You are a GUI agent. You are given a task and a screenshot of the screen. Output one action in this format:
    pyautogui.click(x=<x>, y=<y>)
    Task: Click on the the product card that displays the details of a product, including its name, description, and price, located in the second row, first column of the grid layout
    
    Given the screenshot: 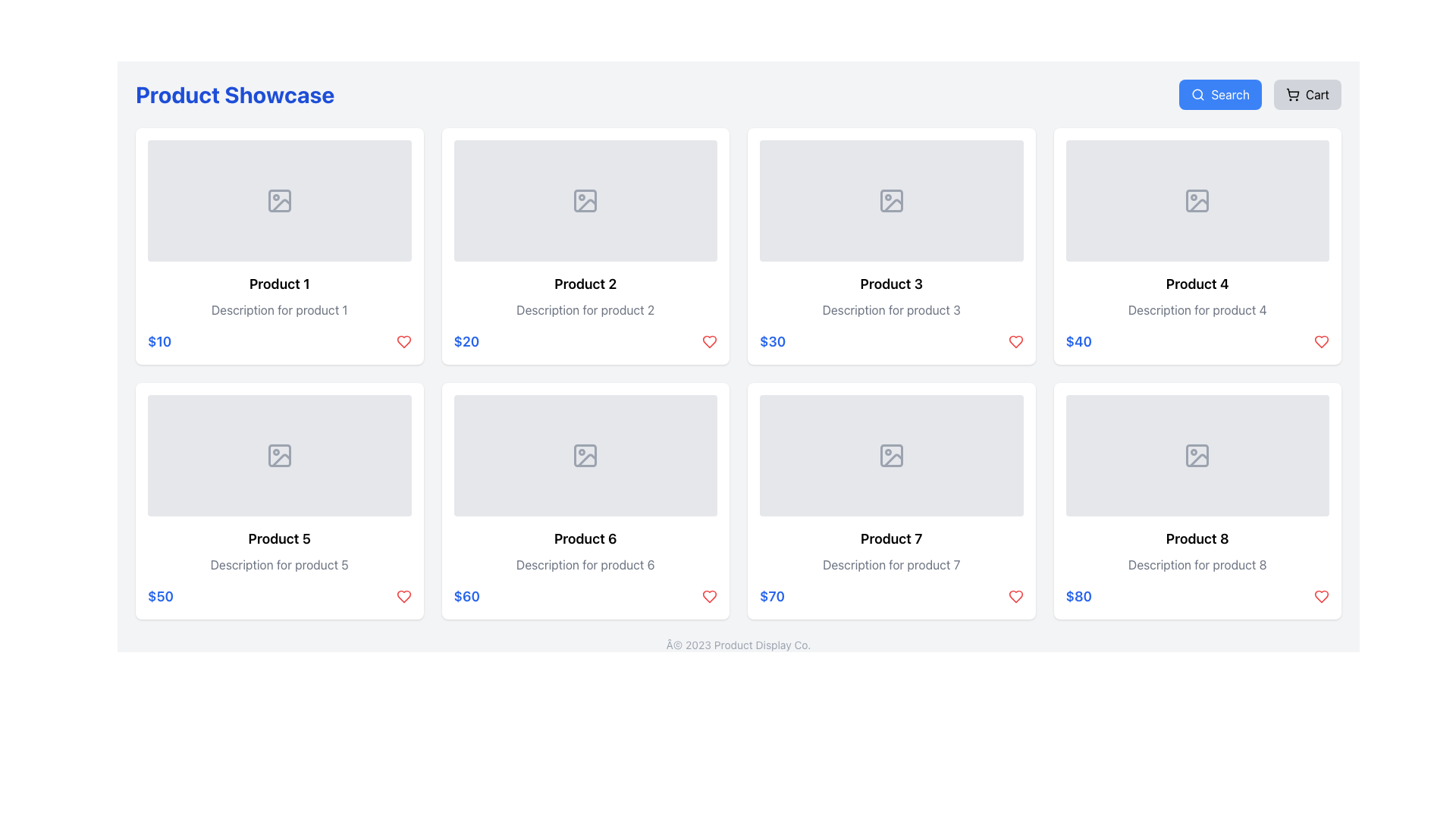 What is the action you would take?
    pyautogui.click(x=279, y=500)
    